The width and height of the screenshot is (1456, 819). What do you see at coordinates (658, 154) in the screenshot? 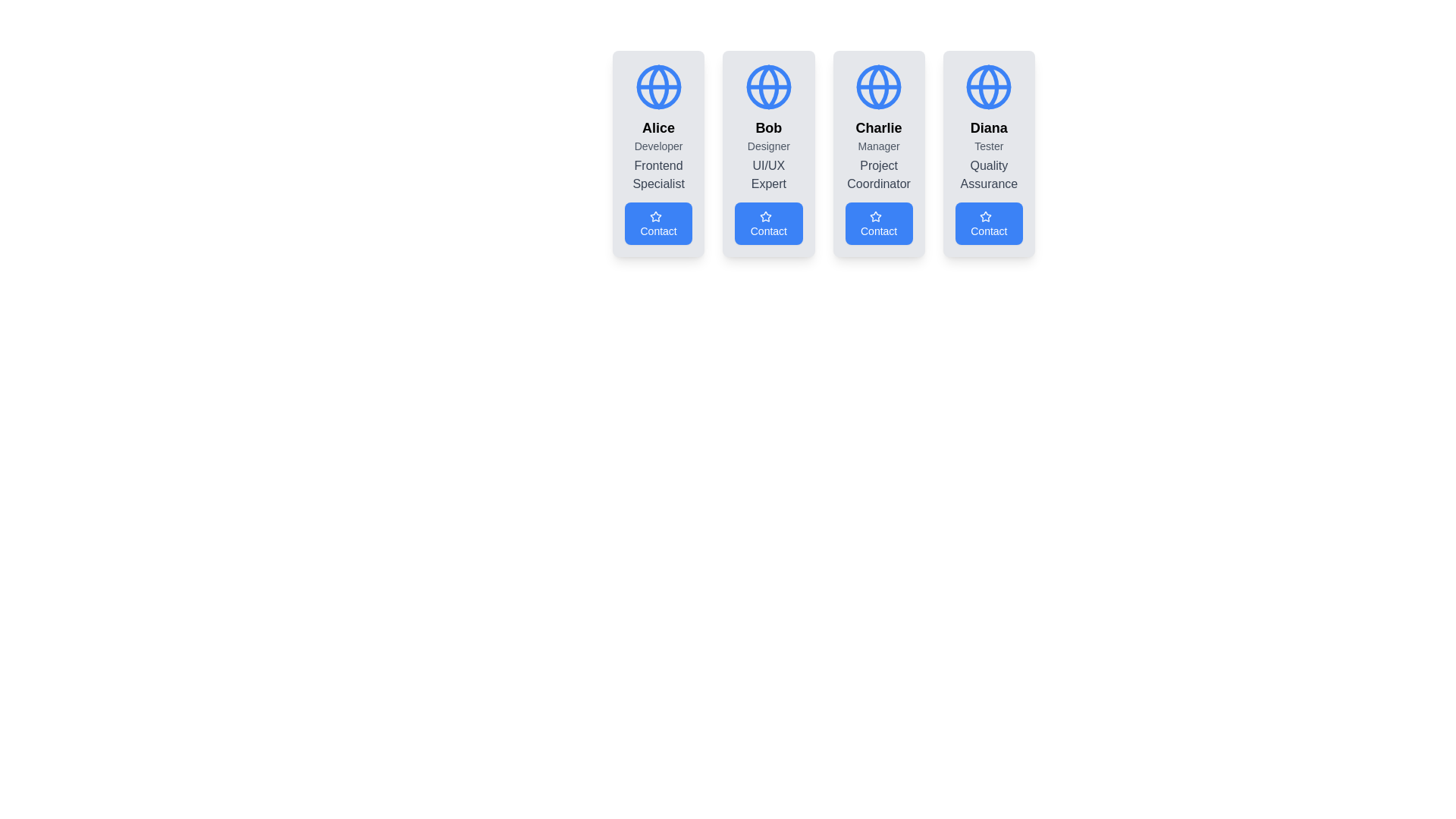
I see `professional details displayed on the Profile card for 'Alice', which includes a 'Contact' button and is located at the first position in a grid layout` at bounding box center [658, 154].